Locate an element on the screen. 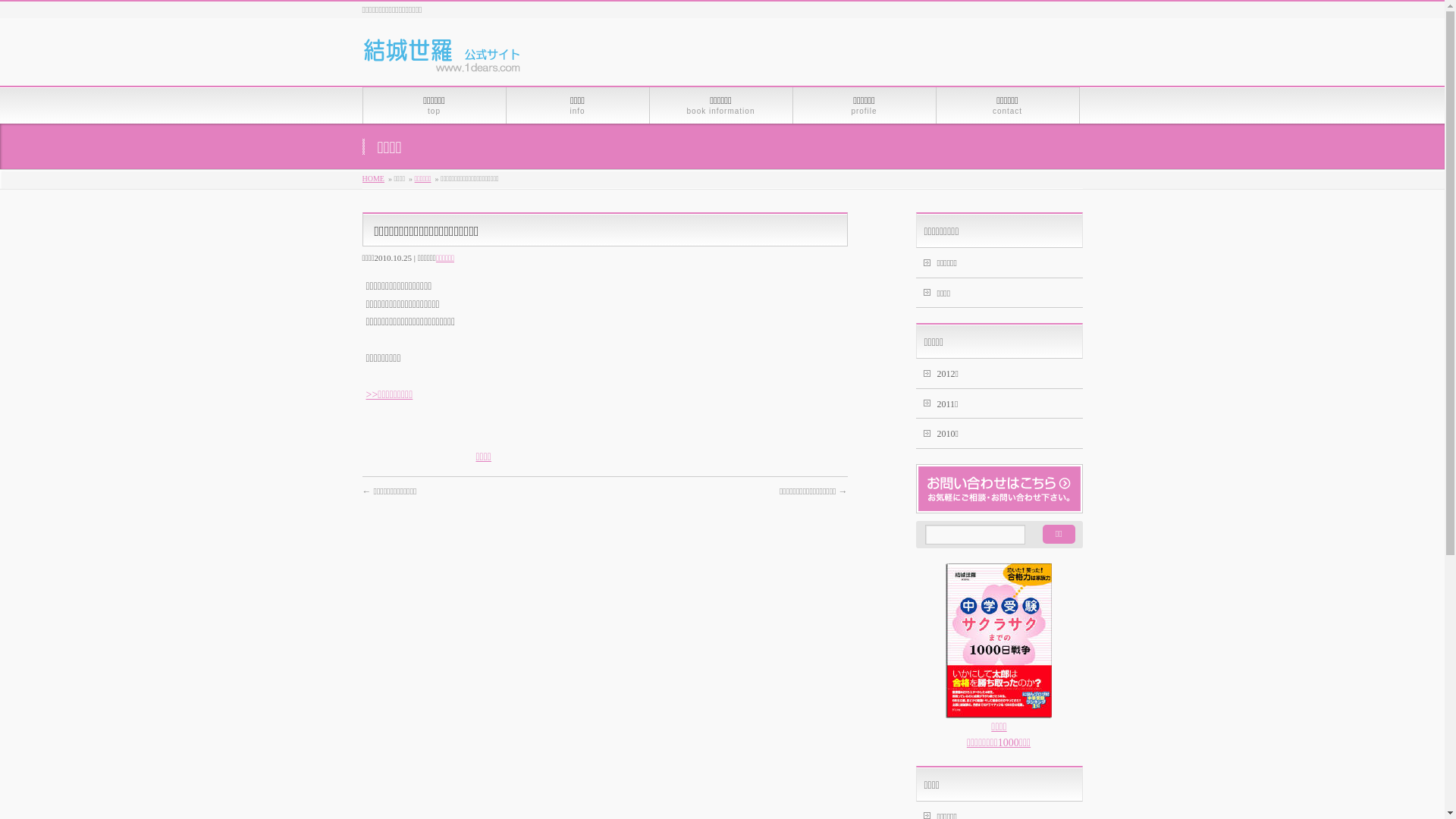 The image size is (1456, 819). 'HOME' is located at coordinates (373, 177).